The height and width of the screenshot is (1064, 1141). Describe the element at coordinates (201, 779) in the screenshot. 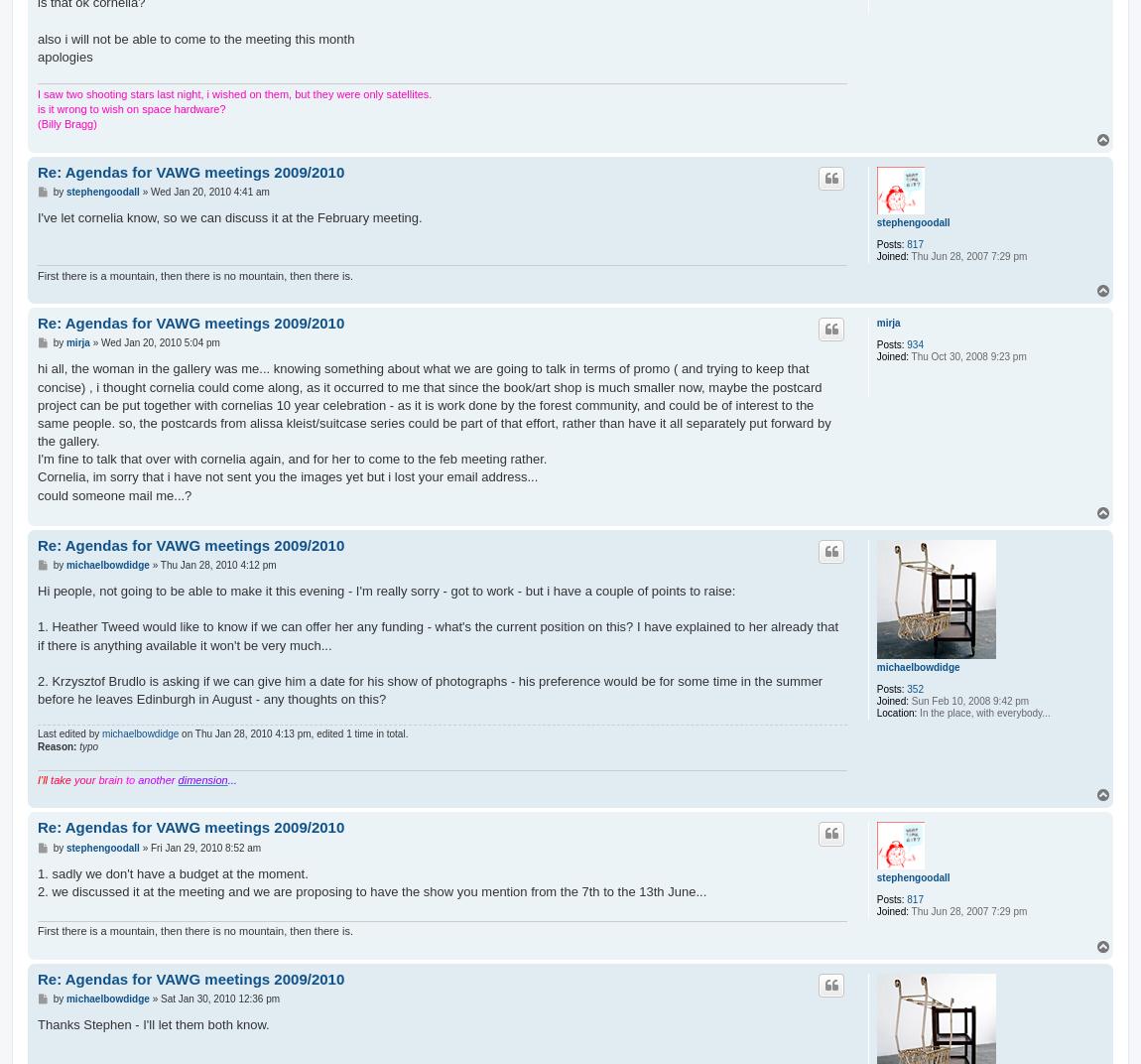

I see `'dimension'` at that location.